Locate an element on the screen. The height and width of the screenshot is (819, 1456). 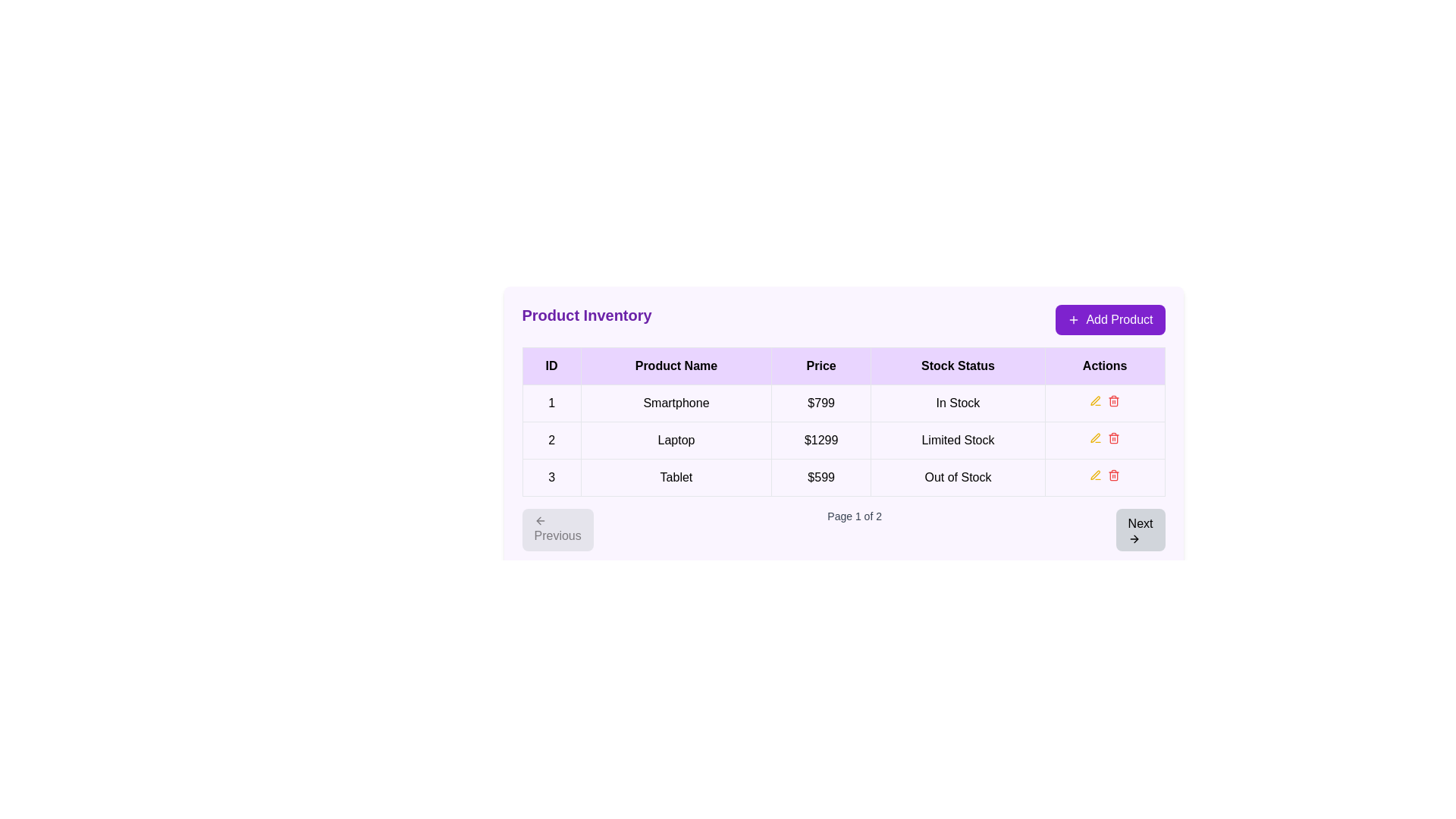
the first icon button in the 'Actions' column of the first row of the table is located at coordinates (1096, 438).